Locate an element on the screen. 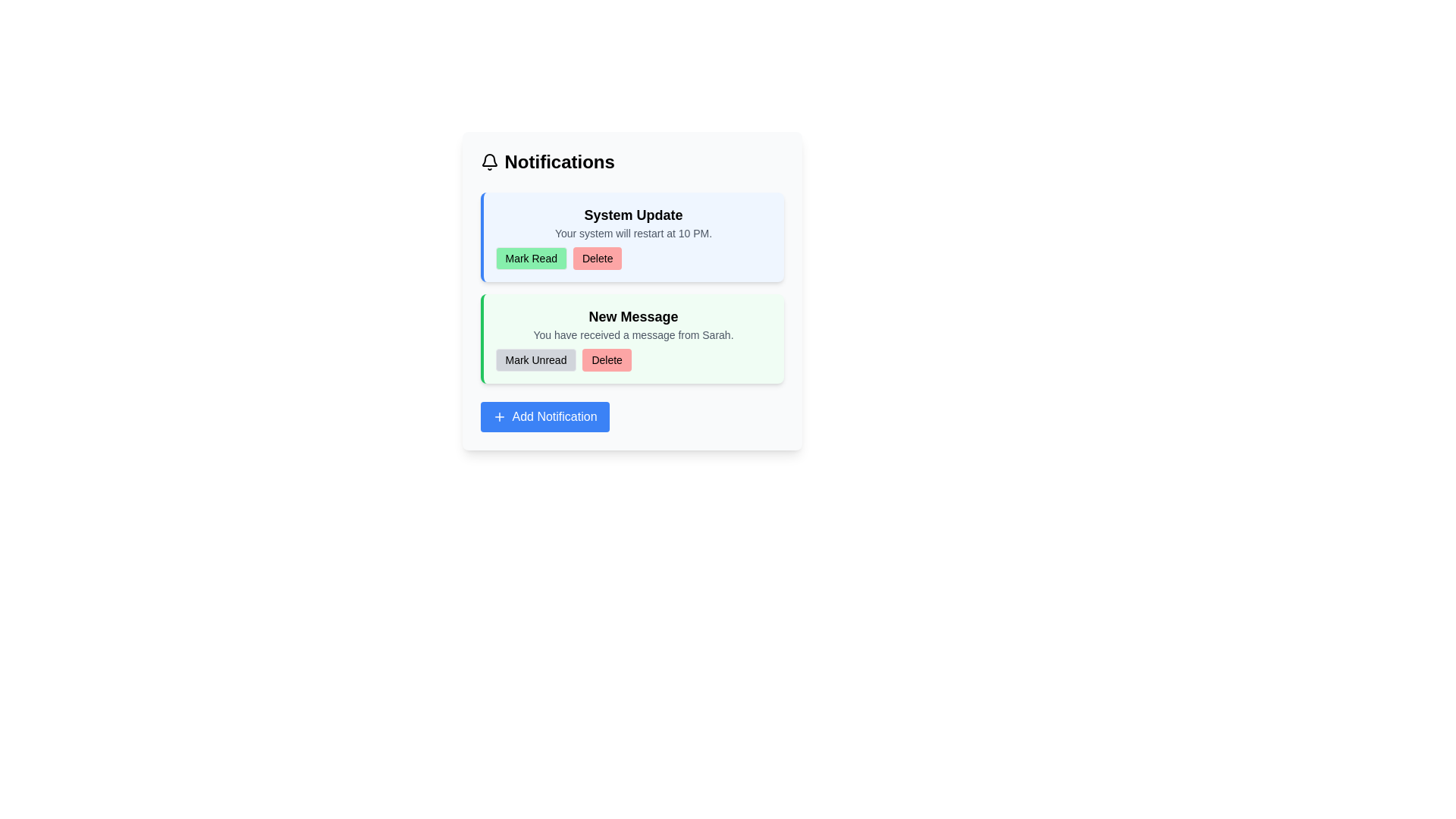  the 'Mark Read' button, which is the leftmost button in the 'System Update' notification card, to trigger the tooltip or highlight effect is located at coordinates (531, 257).